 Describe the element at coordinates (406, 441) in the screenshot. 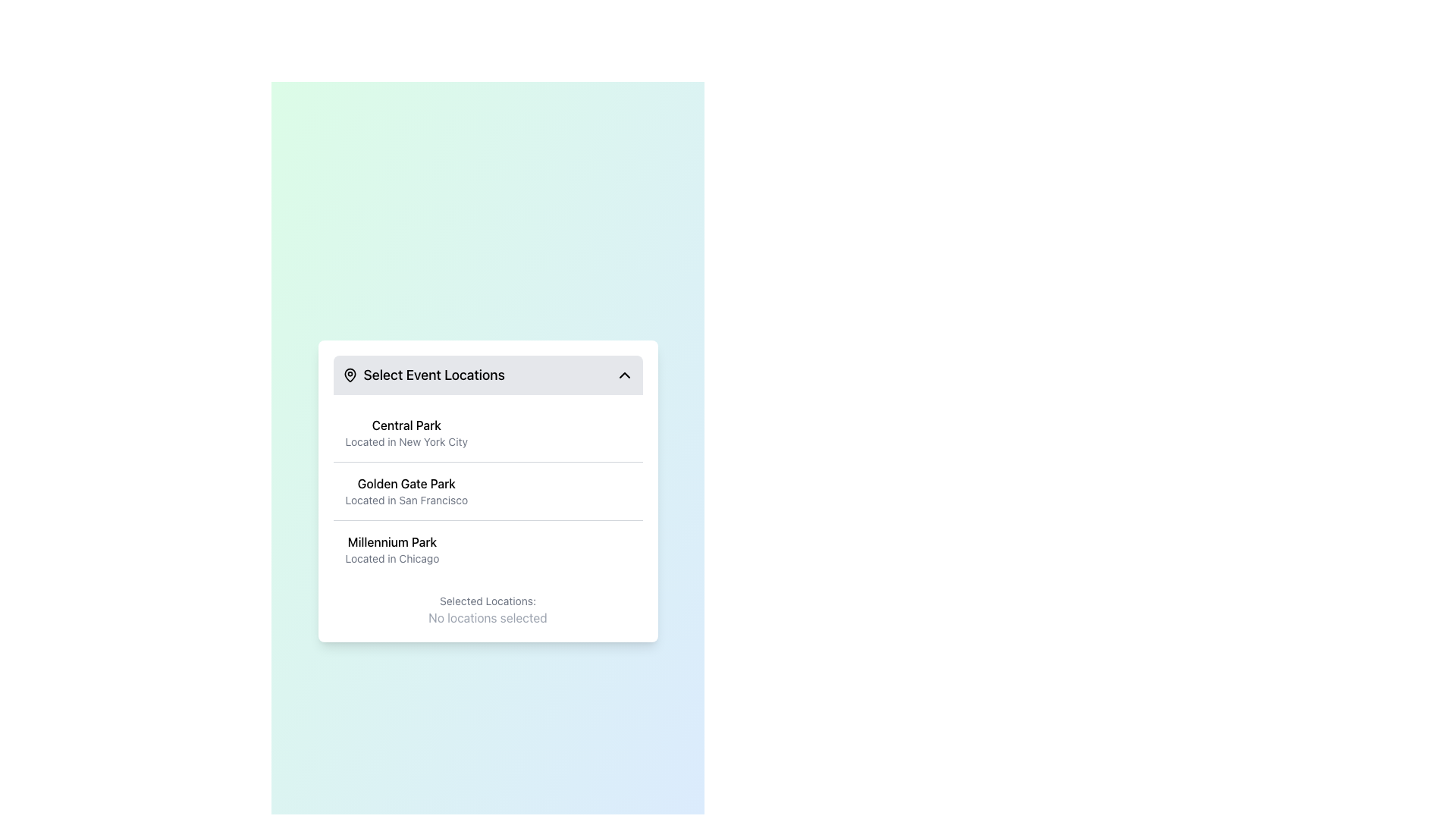

I see `the secondary text element providing additional details about 'Central Park'` at that location.